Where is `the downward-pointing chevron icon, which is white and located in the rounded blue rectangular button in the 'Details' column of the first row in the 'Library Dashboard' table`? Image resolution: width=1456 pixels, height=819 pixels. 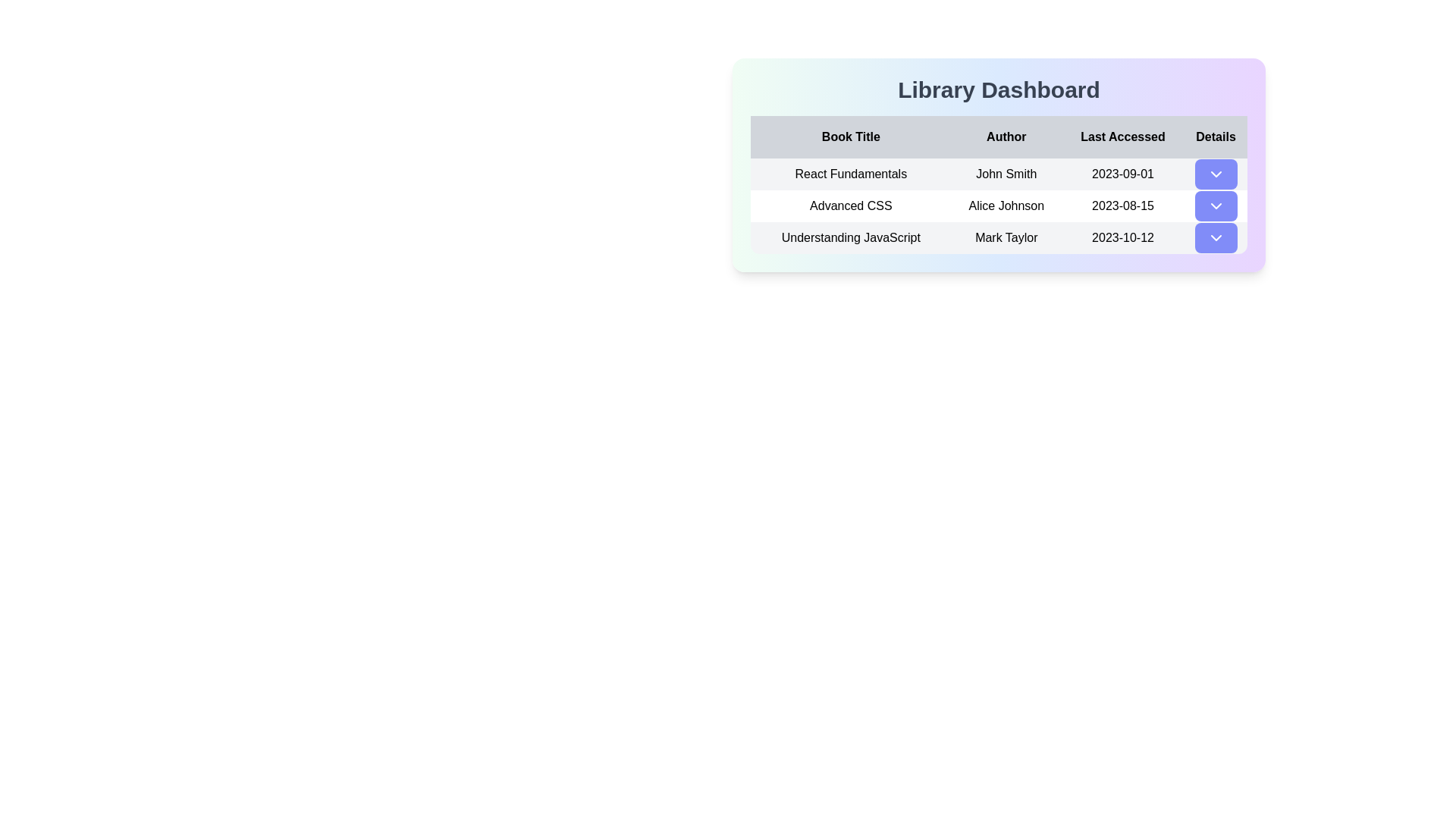 the downward-pointing chevron icon, which is white and located in the rounded blue rectangular button in the 'Details' column of the first row in the 'Library Dashboard' table is located at coordinates (1216, 174).